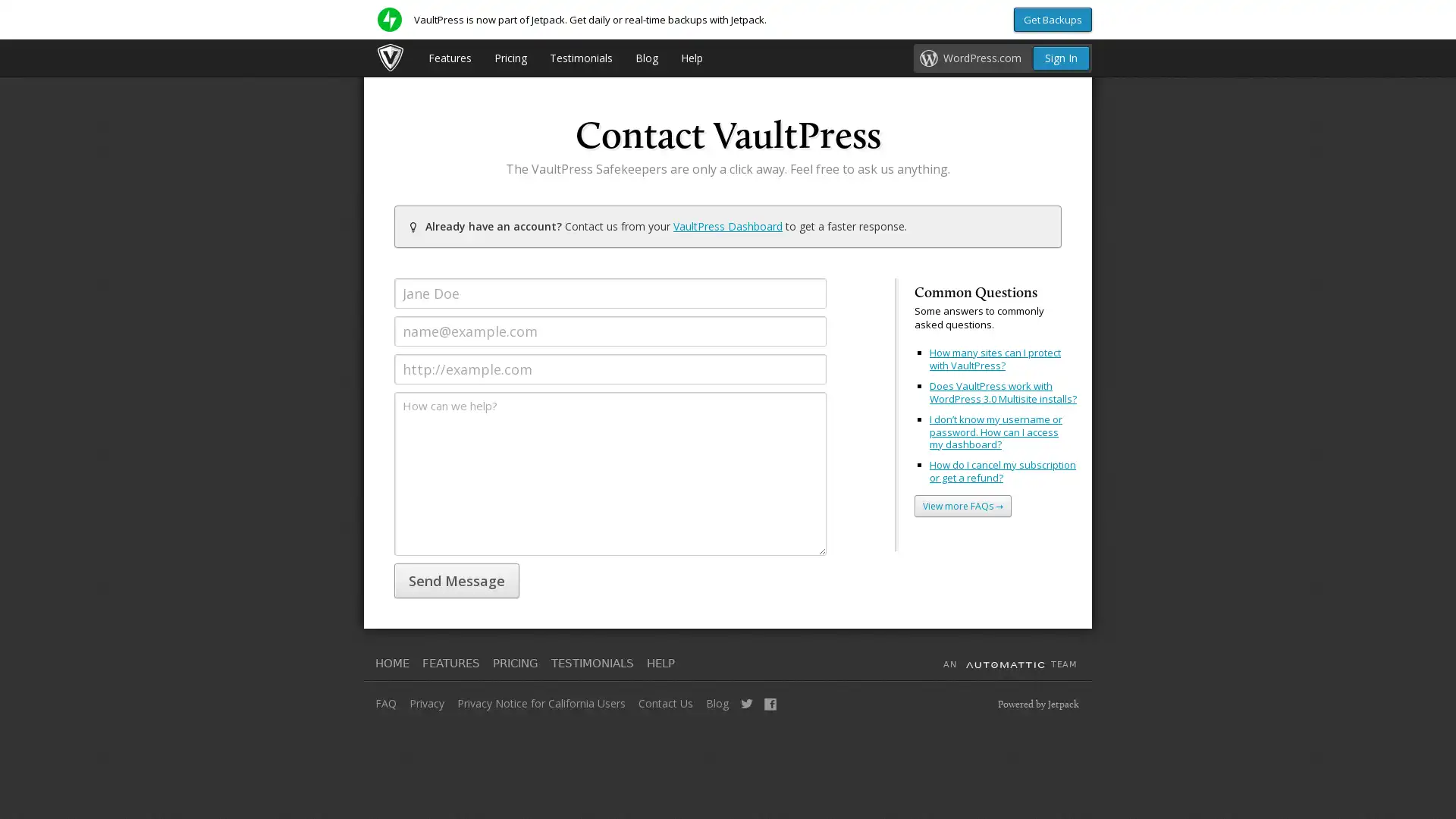  I want to click on Send Message, so click(456, 580).